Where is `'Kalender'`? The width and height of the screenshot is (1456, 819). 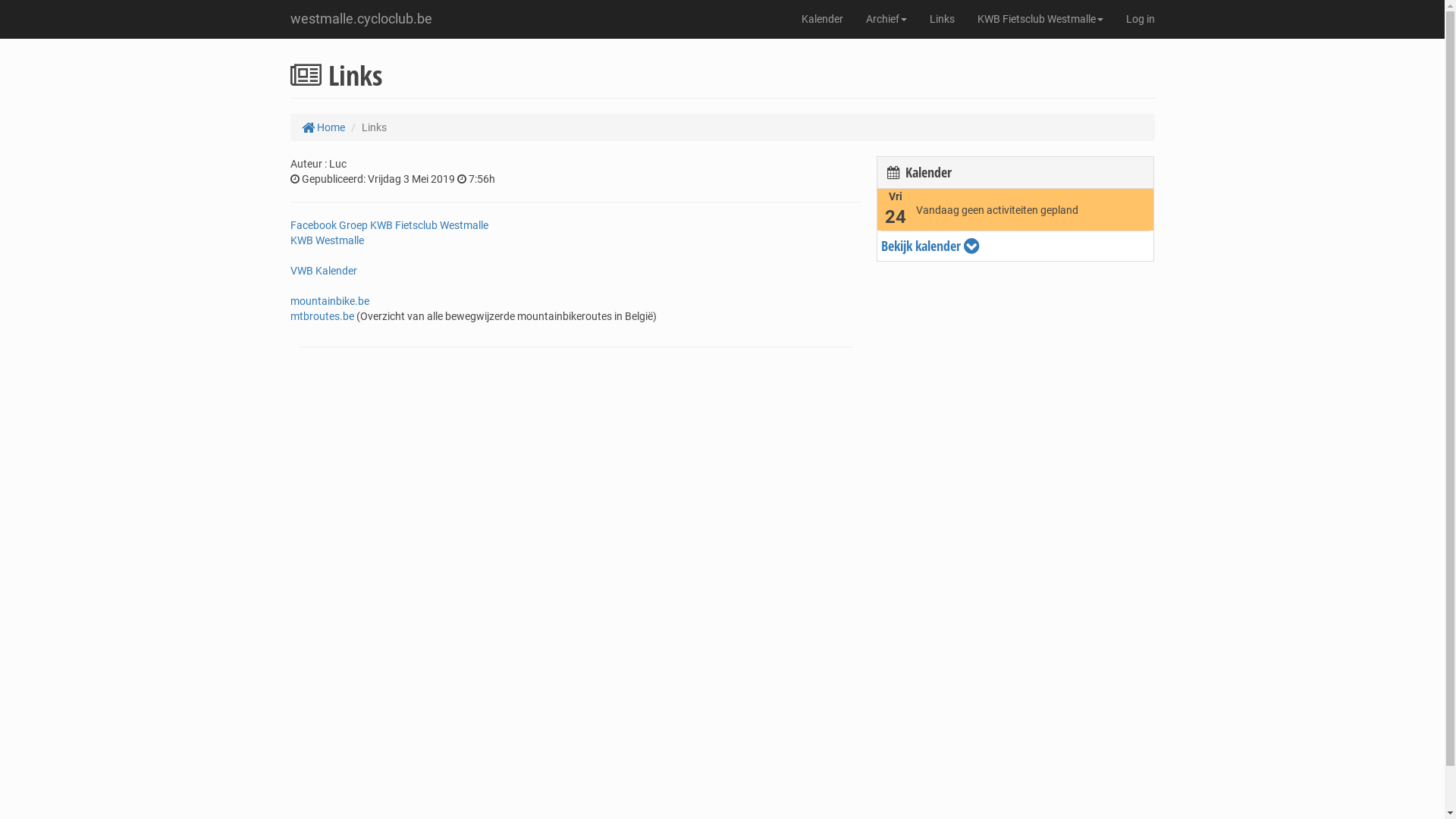
'Kalender' is located at coordinates (821, 18).